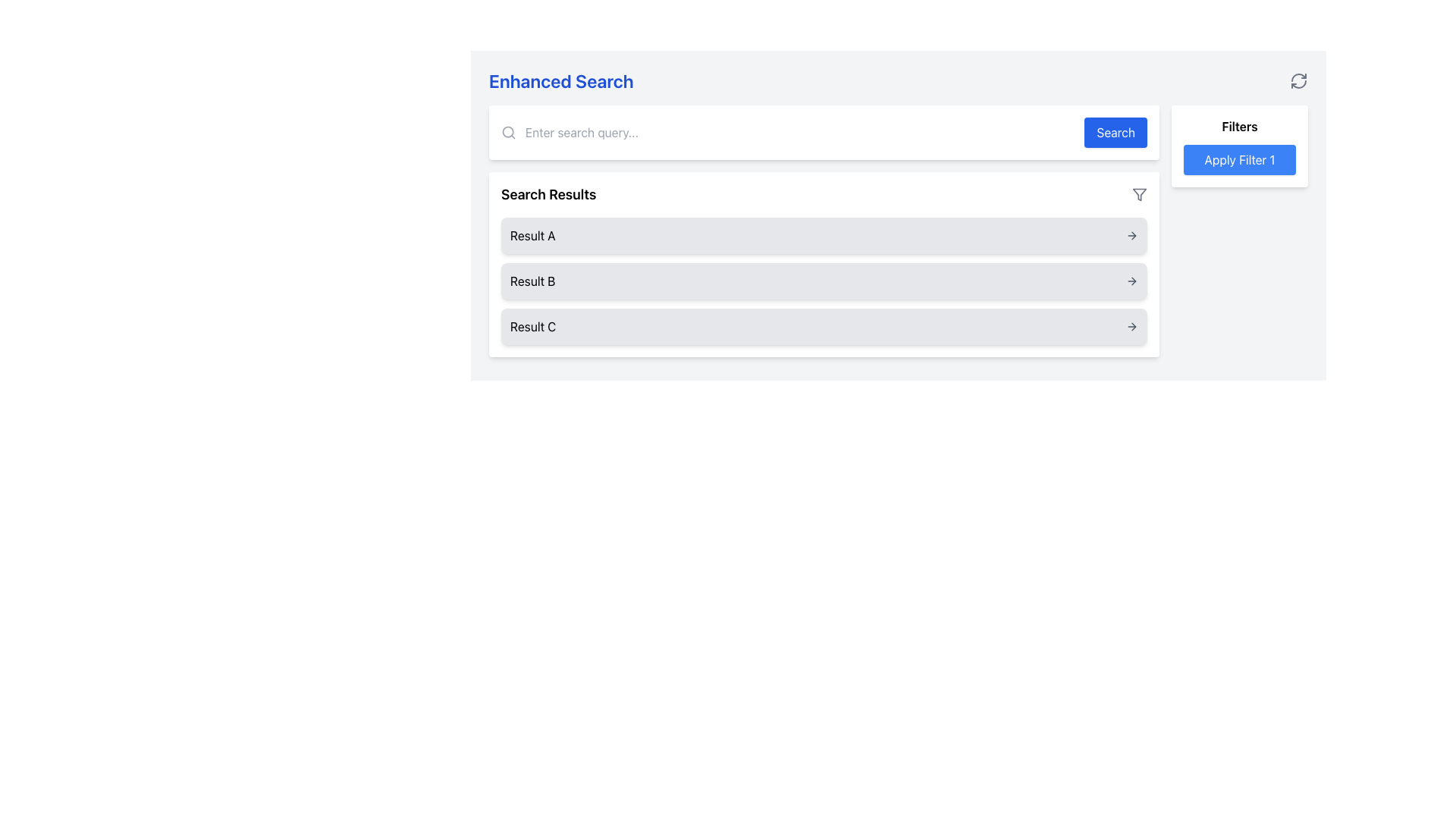 The image size is (1456, 819). I want to click on the refresh icon located in the top-right corner of the interface, next to the title 'Enhanced Search', to reload the current view or reset the page, so click(1298, 81).